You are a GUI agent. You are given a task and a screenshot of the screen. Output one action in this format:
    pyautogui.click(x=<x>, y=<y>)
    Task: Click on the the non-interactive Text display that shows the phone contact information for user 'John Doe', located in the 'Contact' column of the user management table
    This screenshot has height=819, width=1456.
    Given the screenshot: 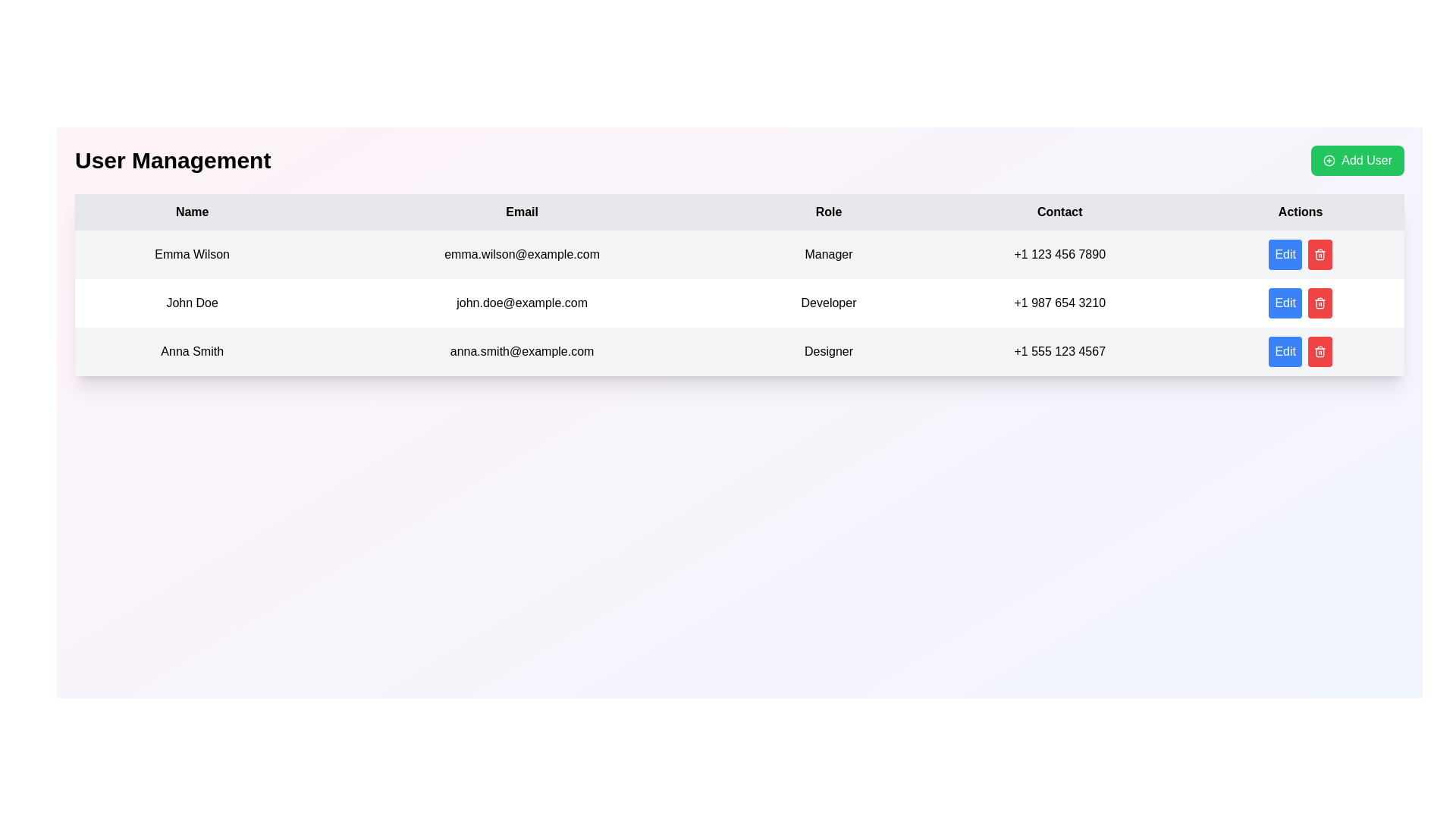 What is the action you would take?
    pyautogui.click(x=1059, y=303)
    